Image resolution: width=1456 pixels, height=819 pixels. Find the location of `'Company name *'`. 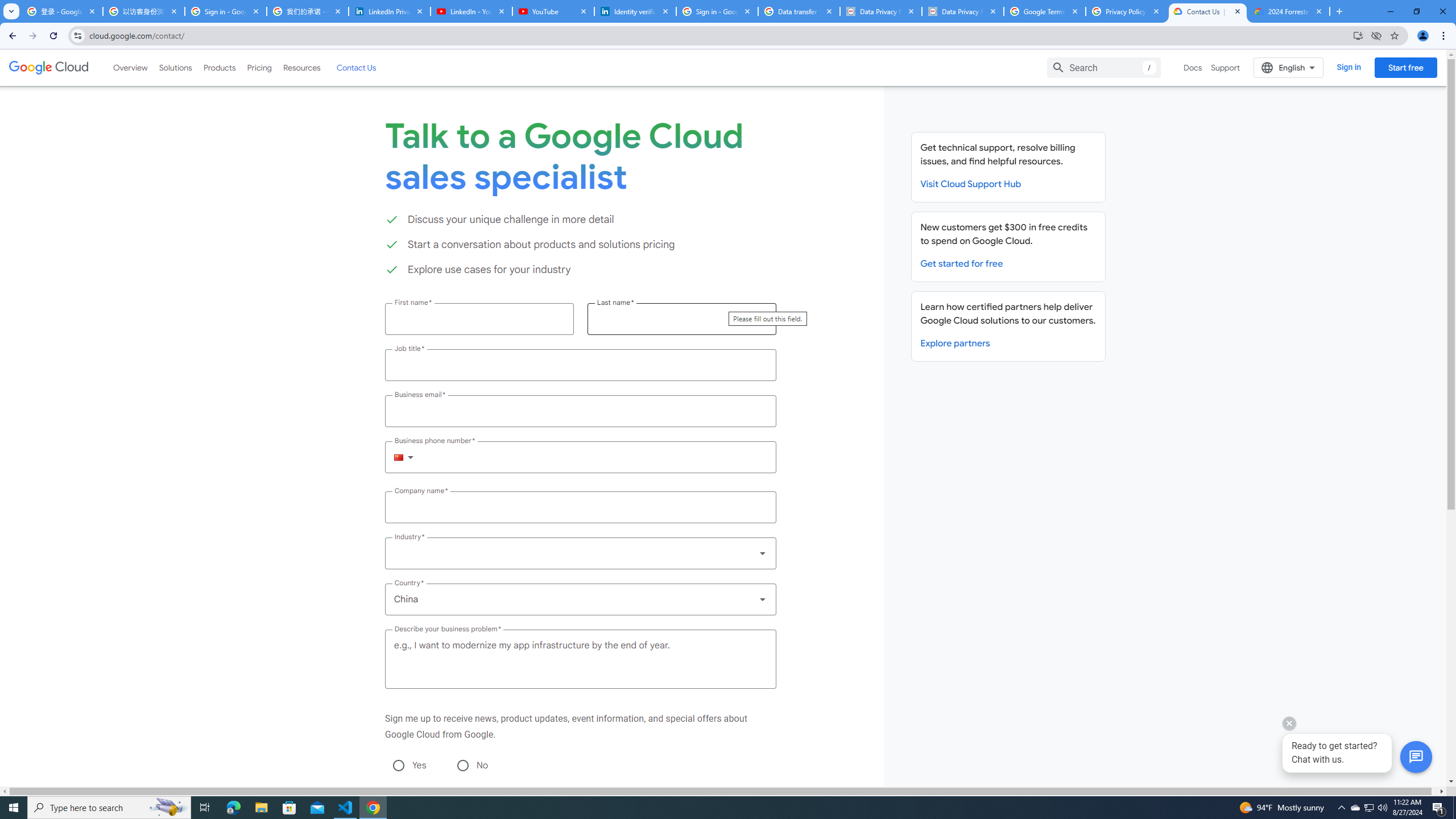

'Company name *' is located at coordinates (580, 507).